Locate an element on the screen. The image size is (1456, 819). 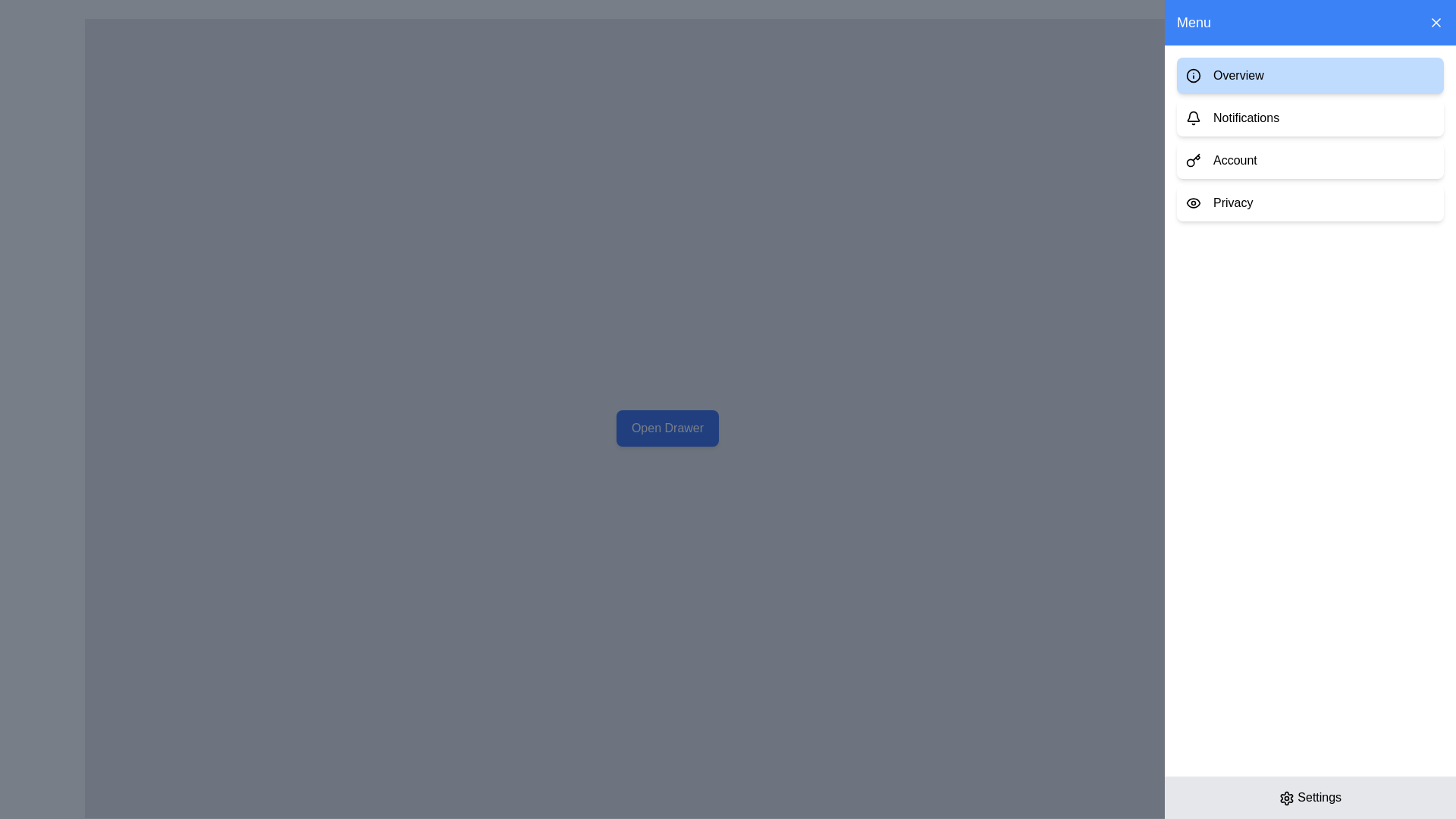
the rectangular button with rounded corners, blue background, and white text that says 'Open Drawer' is located at coordinates (667, 428).